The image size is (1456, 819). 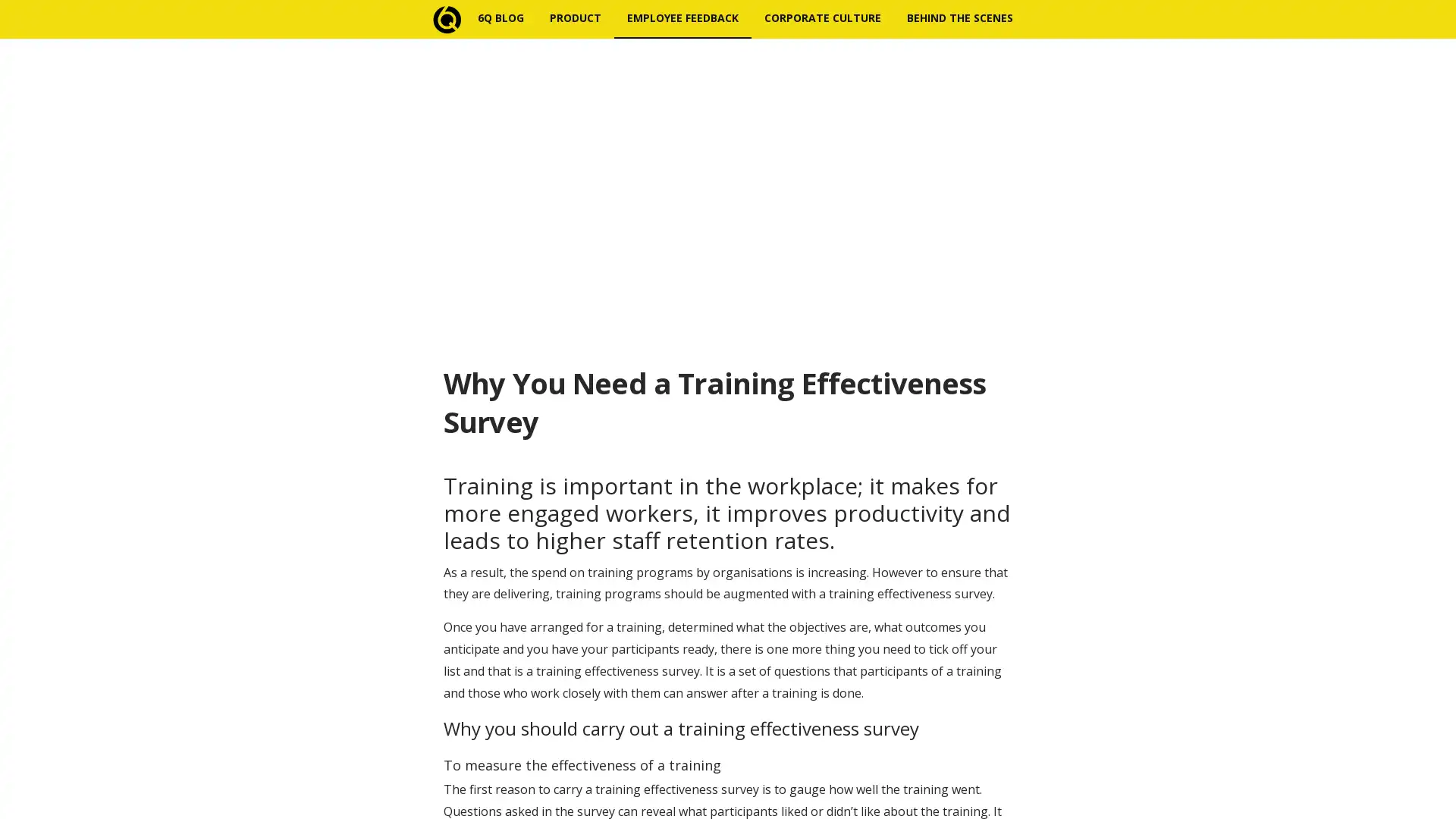 I want to click on Subscribe, so click(x=895, y=797).